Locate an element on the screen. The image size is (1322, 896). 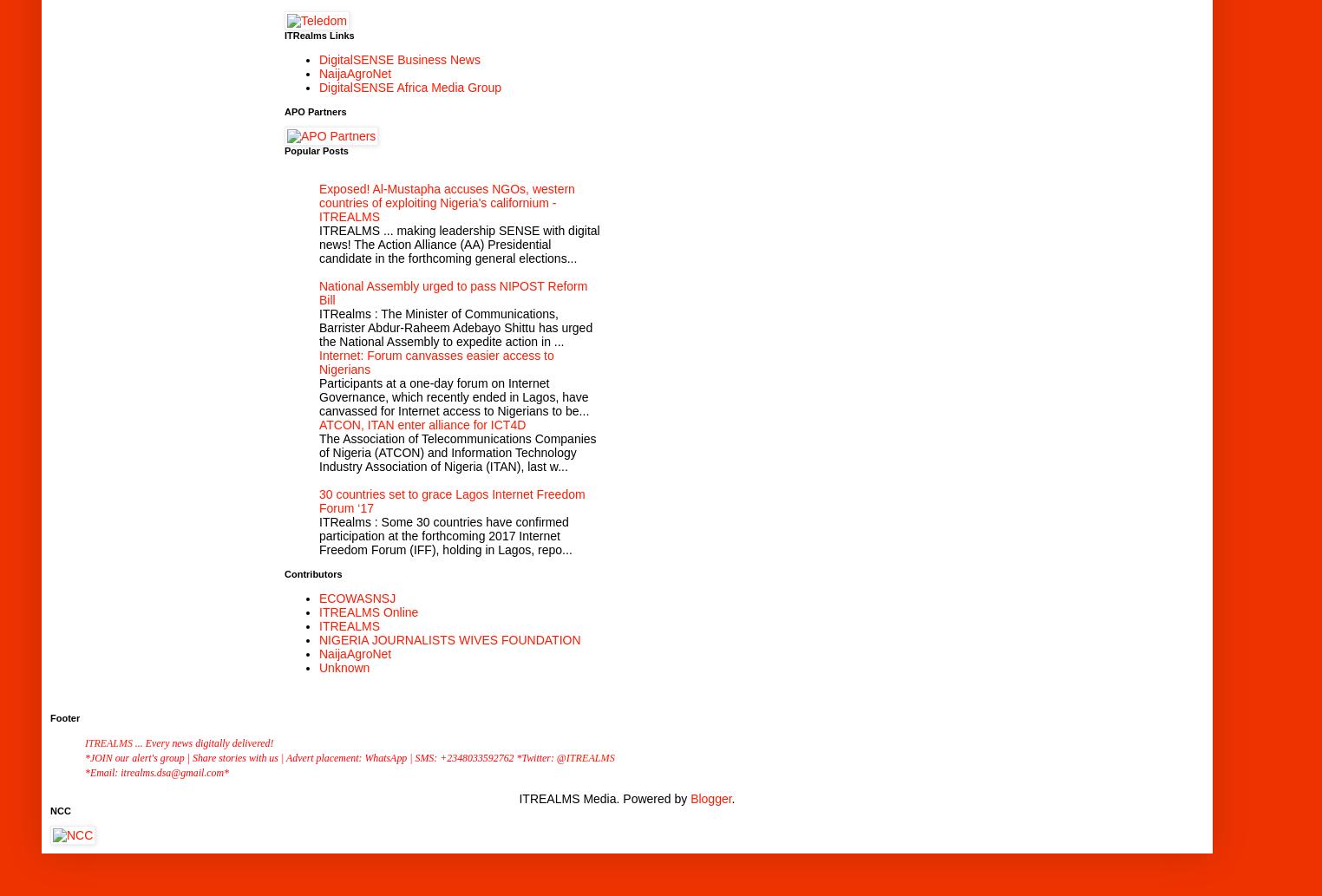
'Blogger' is located at coordinates (710, 796).